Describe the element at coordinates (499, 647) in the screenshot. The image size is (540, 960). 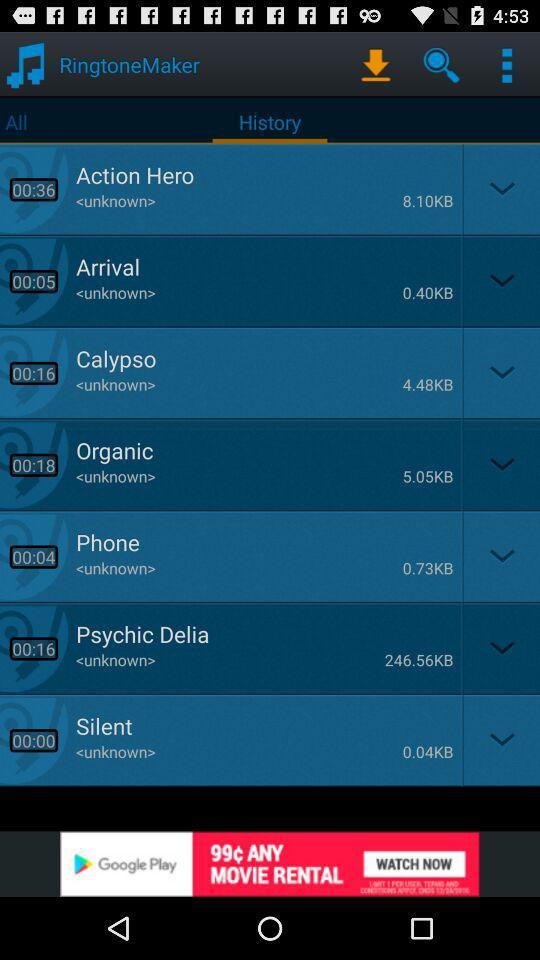
I see `the second drop down button from the bottom right side of the web page` at that location.